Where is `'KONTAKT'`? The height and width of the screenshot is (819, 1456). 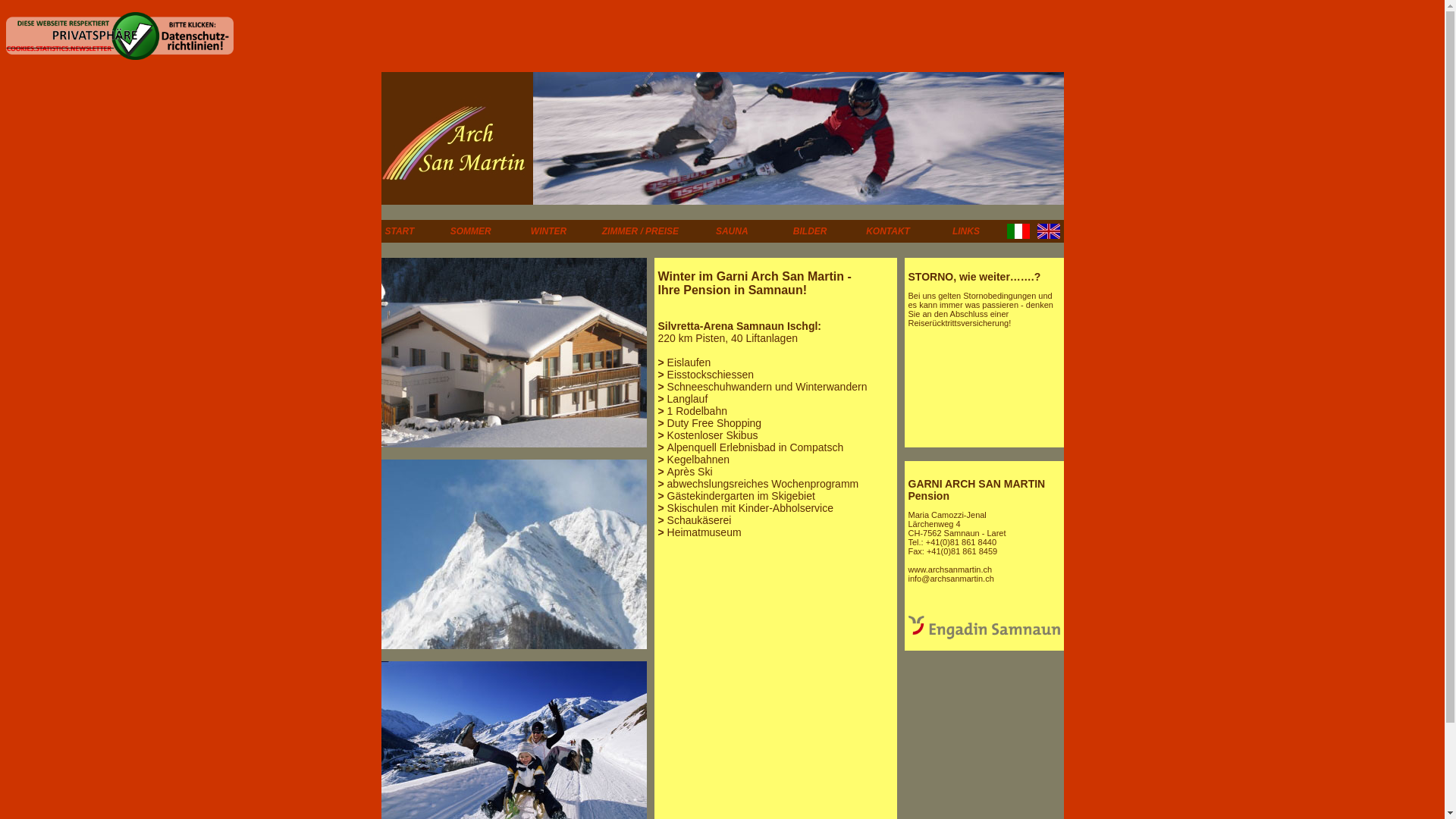
'KONTAKT' is located at coordinates (888, 231).